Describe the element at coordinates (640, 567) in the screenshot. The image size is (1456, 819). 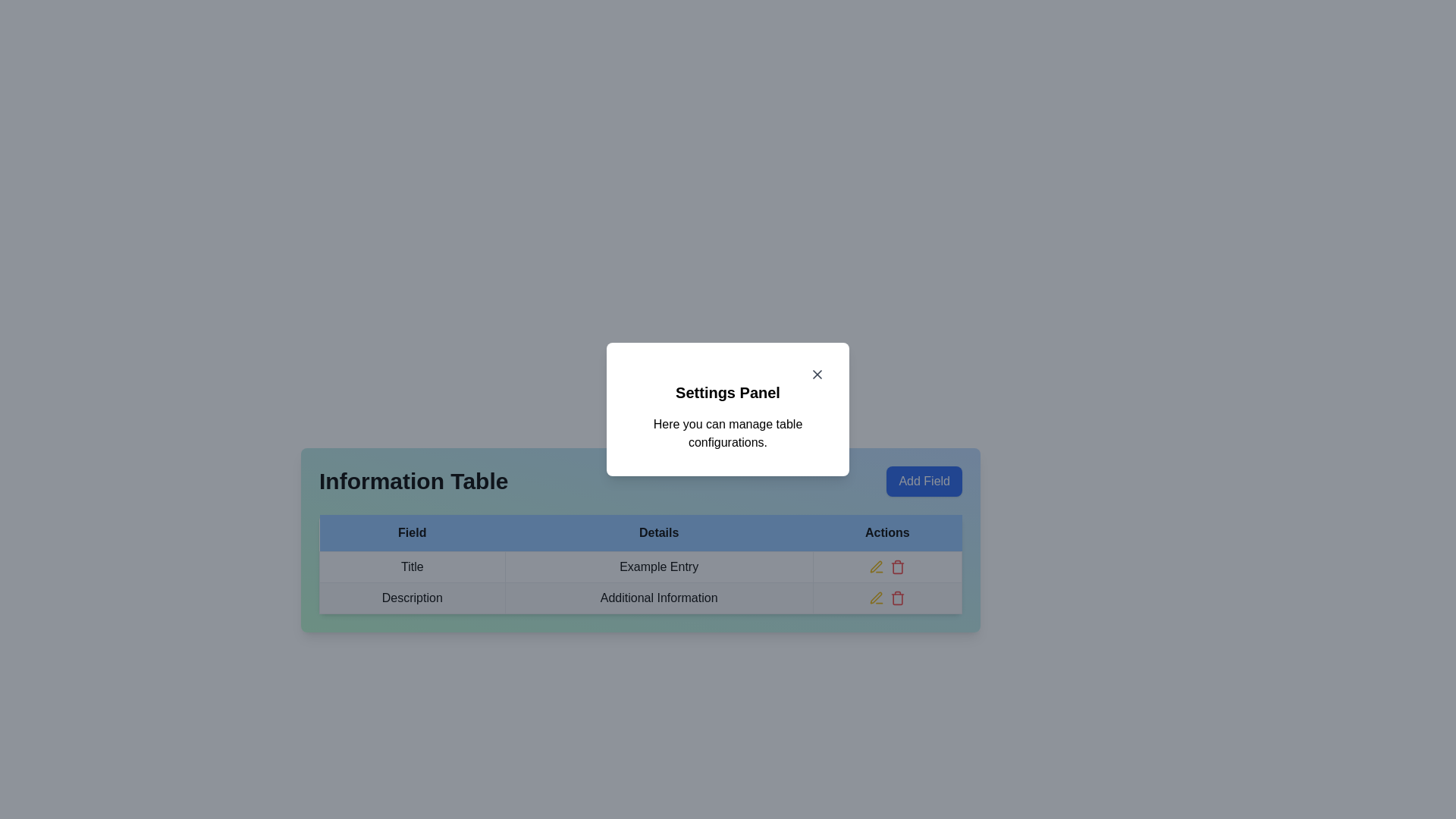
I see `the static text display that shows 'Example Entry' in the 'Details' column of the information table, which is aligned with the 'Title' field row` at that location.